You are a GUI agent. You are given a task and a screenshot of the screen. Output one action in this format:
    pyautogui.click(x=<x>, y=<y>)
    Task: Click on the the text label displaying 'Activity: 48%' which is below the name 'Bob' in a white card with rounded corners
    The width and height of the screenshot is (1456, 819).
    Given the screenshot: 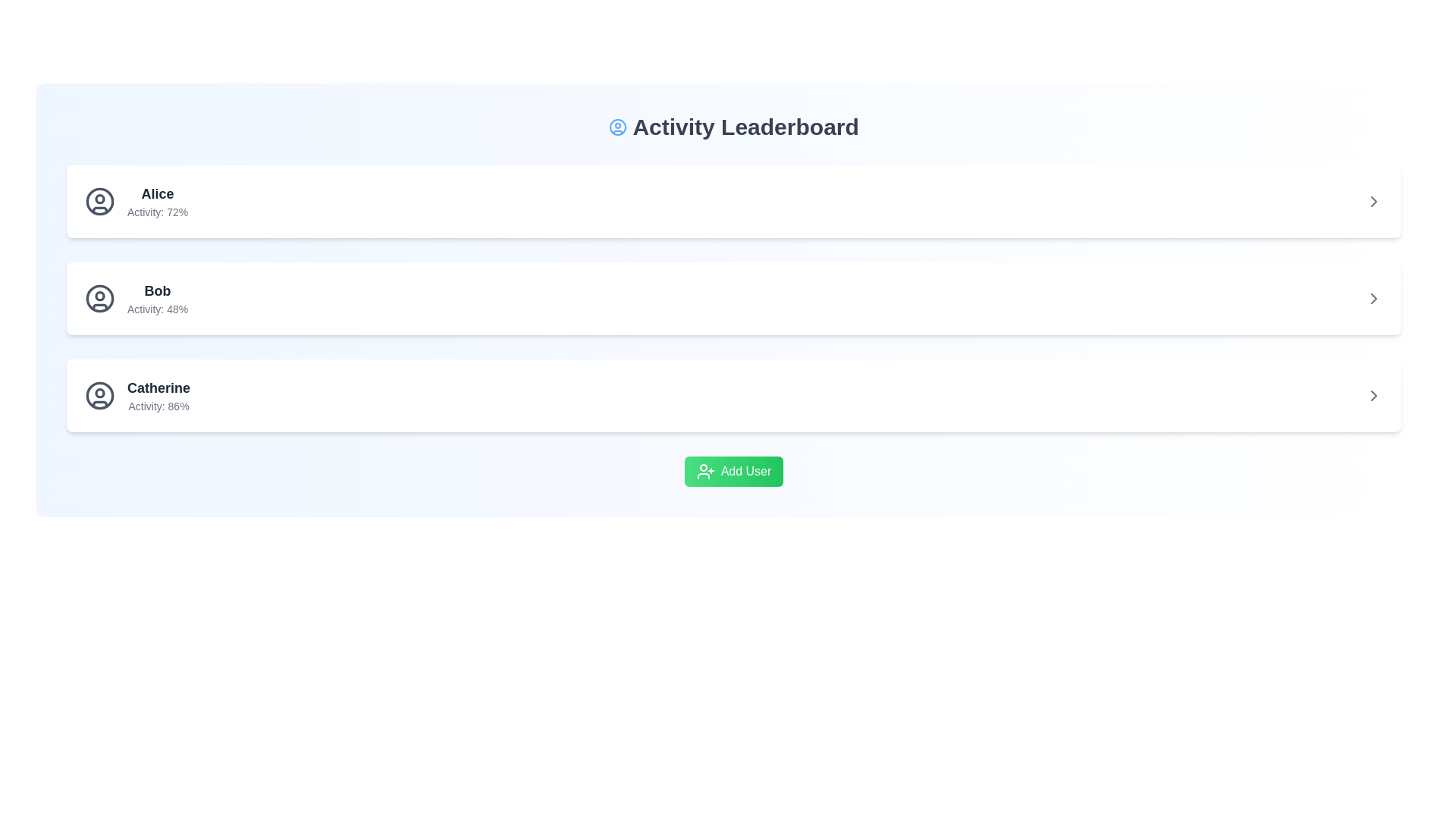 What is the action you would take?
    pyautogui.click(x=158, y=309)
    